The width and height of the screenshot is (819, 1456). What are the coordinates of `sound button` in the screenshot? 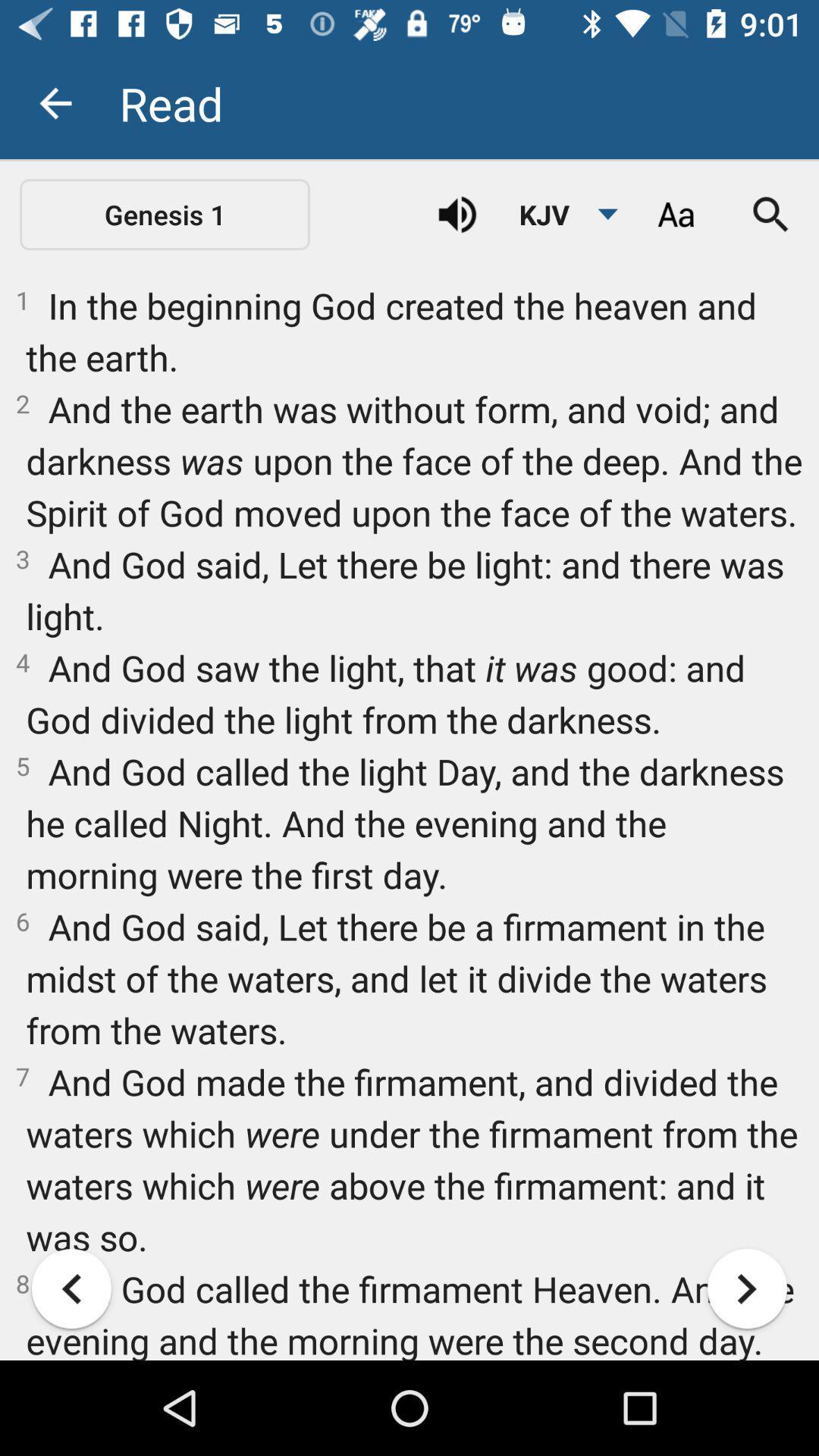 It's located at (457, 214).